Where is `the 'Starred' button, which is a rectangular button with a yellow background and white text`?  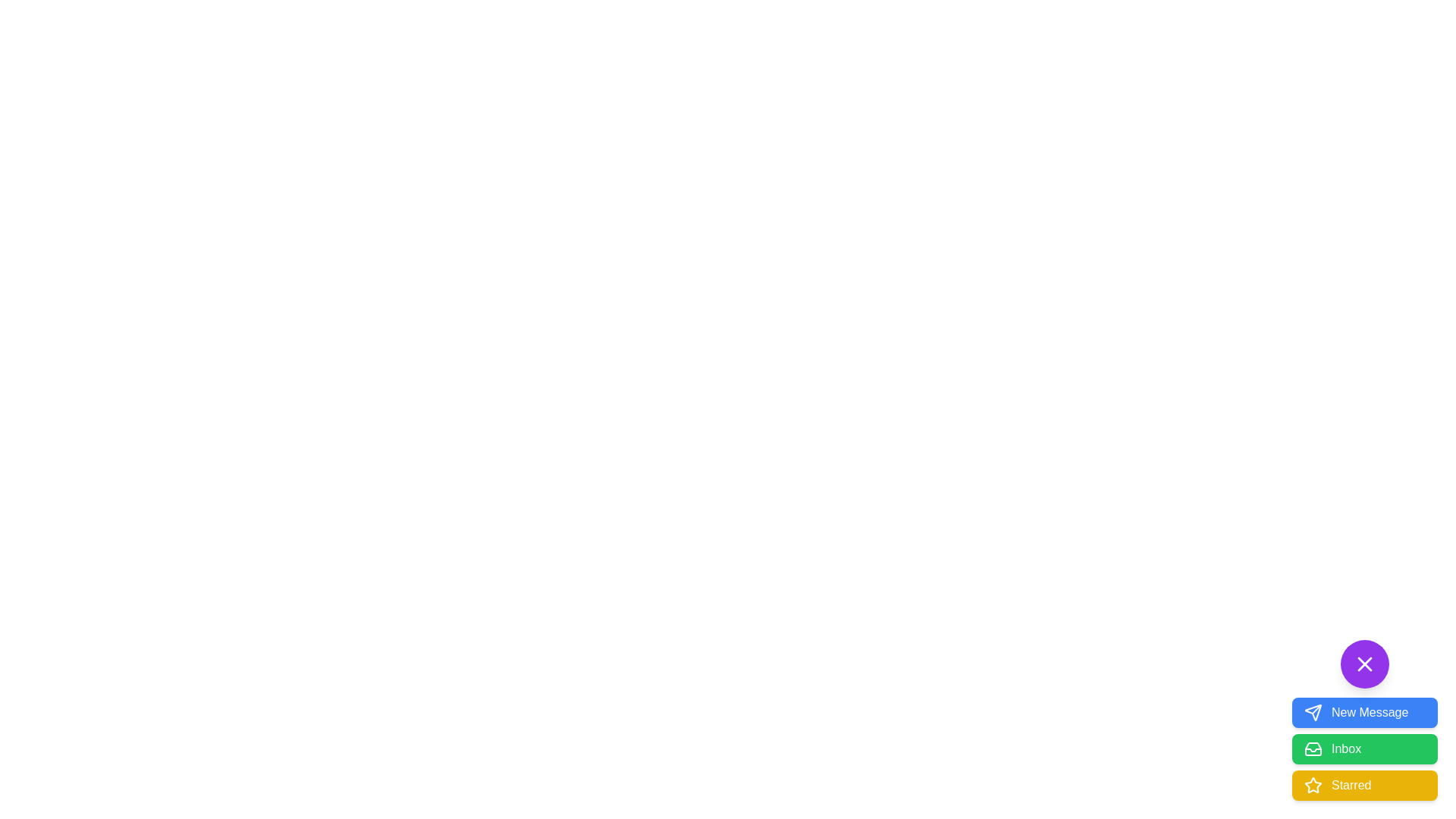
the 'Starred' button, which is a rectangular button with a yellow background and white text is located at coordinates (1365, 785).